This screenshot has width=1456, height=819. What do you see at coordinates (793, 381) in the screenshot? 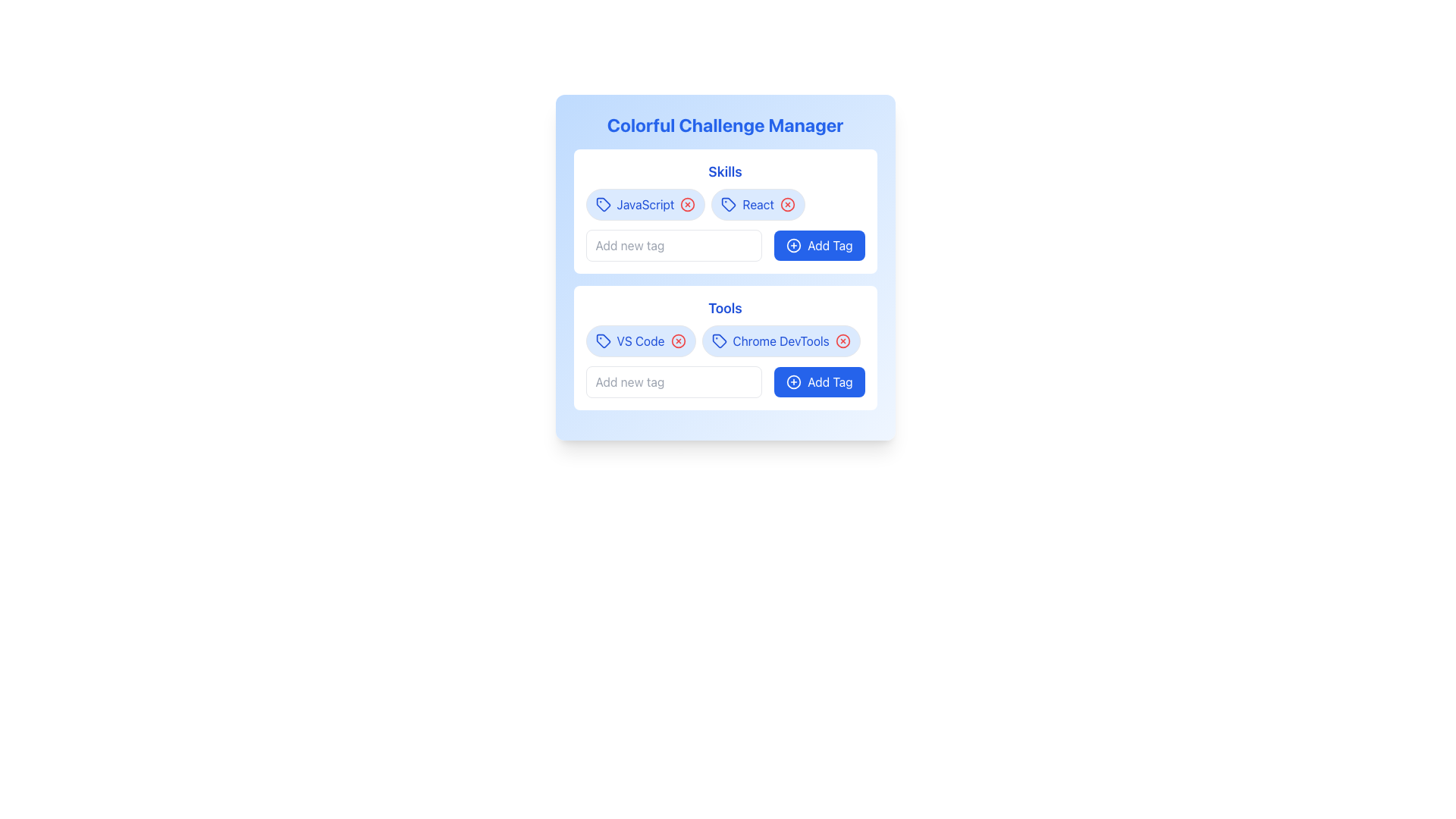
I see `the 'Add Tag' button located in the 'Tools' section, which visually represents the action of adding a new tag` at bounding box center [793, 381].